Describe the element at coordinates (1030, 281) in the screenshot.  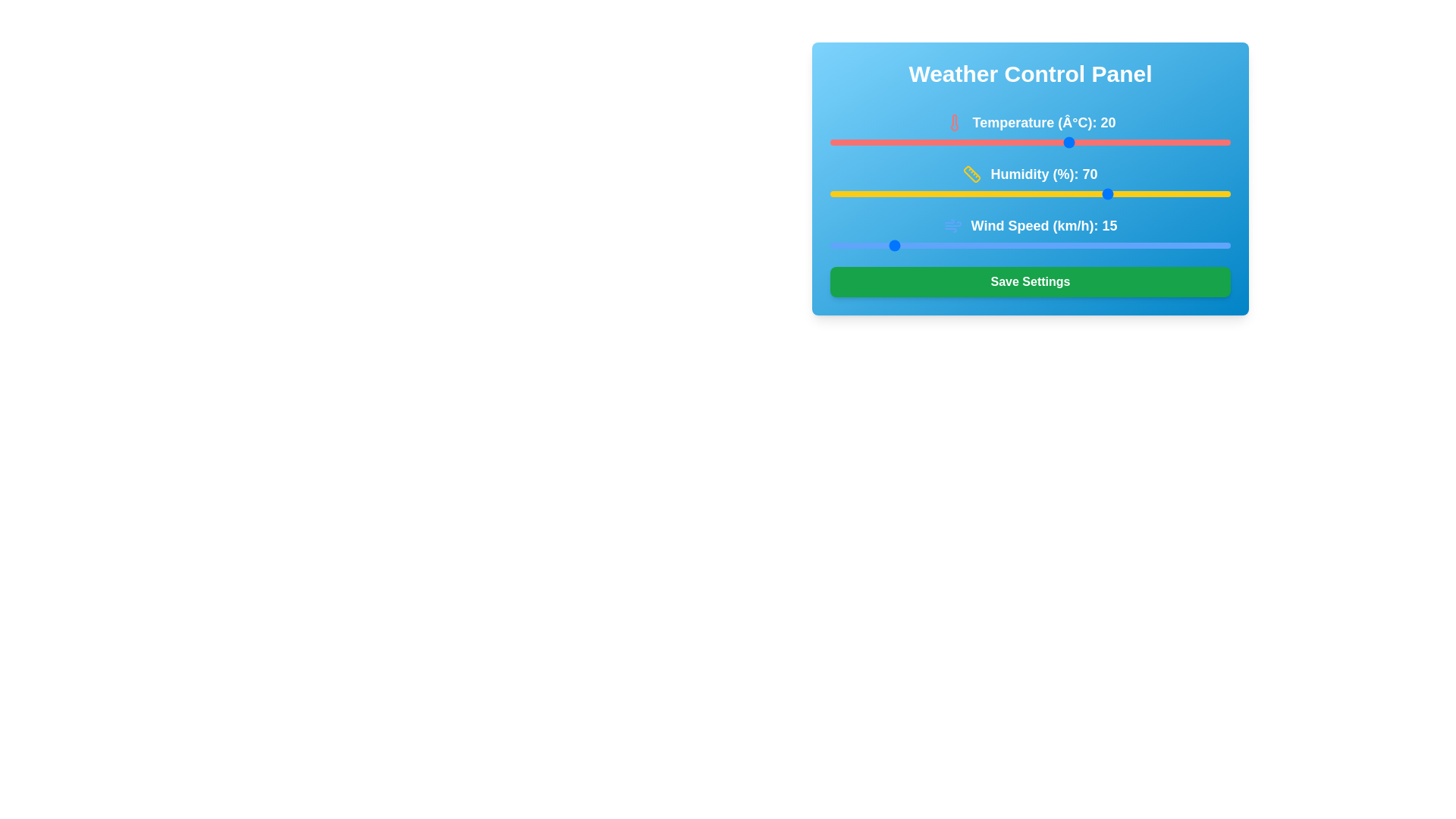
I see `the save button located at the bottom of the Weather Control Panel to observe hover effects` at that location.